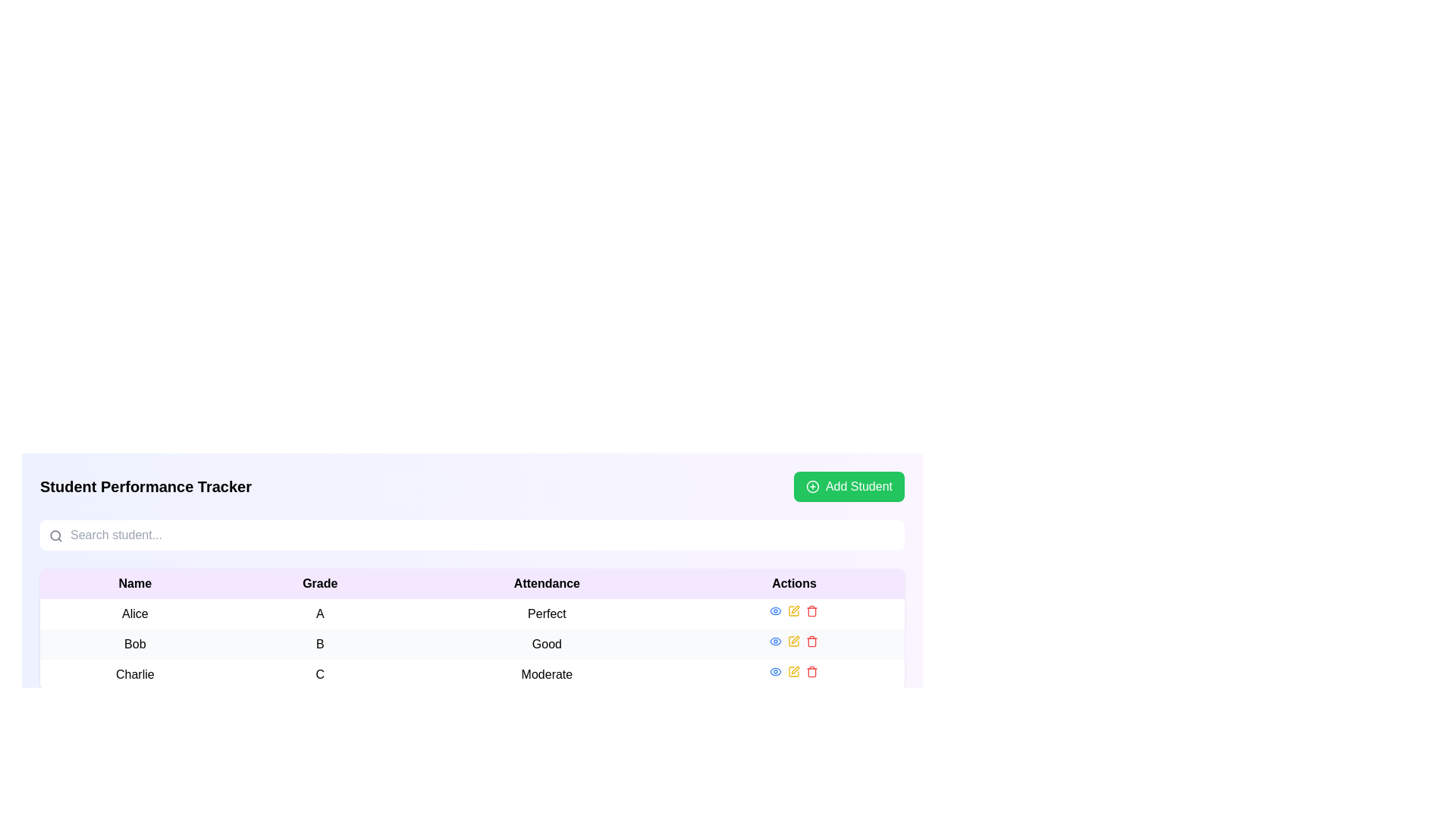 The height and width of the screenshot is (819, 1456). I want to click on the red-colored delete button represented by a trash can symbol in the bottom-right corner of the 'Actions' column in the last row of the table, so click(811, 671).